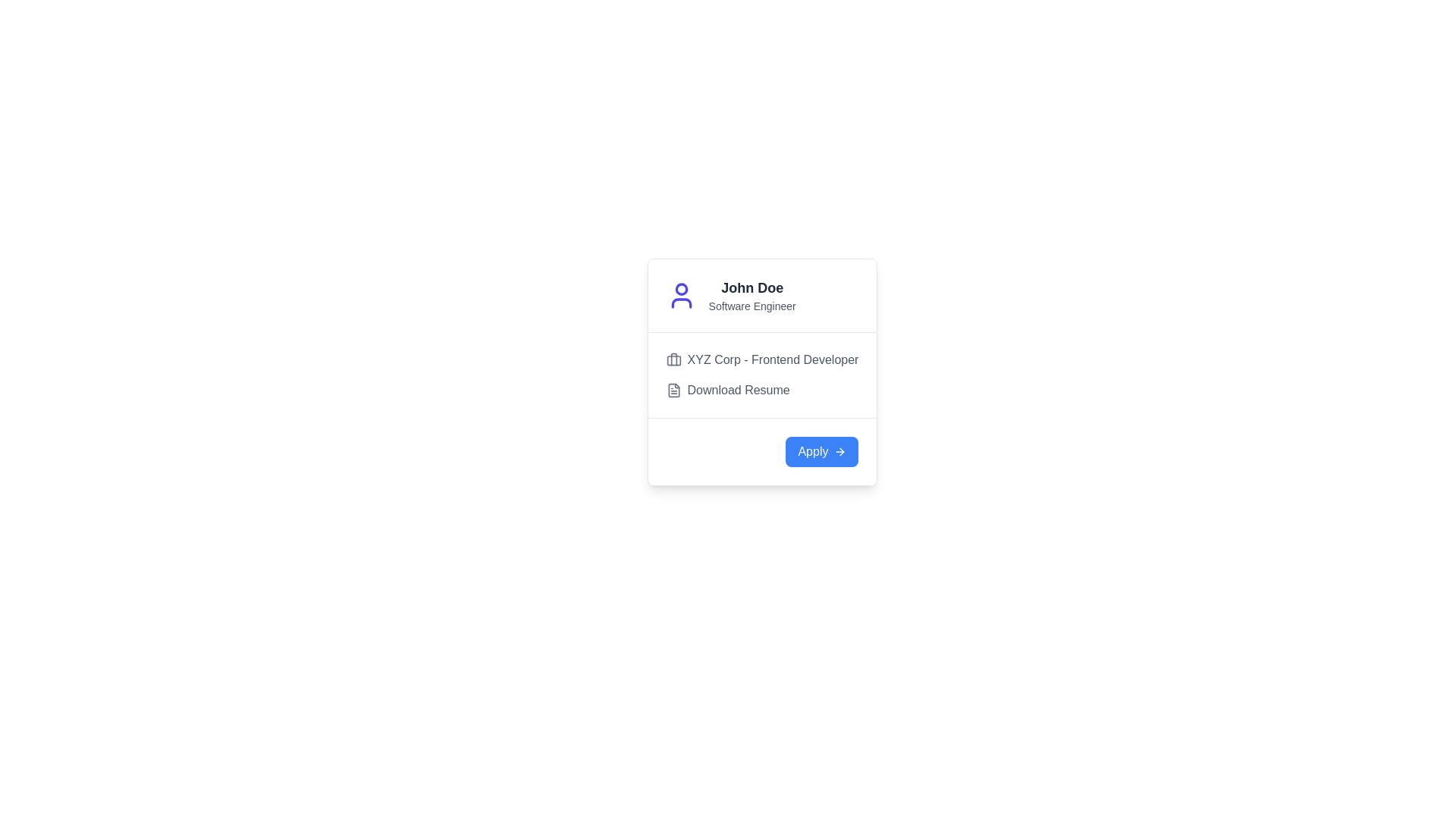 This screenshot has width=1456, height=819. Describe the element at coordinates (762, 295) in the screenshot. I see `name and job title from the Profile header located in the upper section of the card component, above the horizontal divider line` at that location.